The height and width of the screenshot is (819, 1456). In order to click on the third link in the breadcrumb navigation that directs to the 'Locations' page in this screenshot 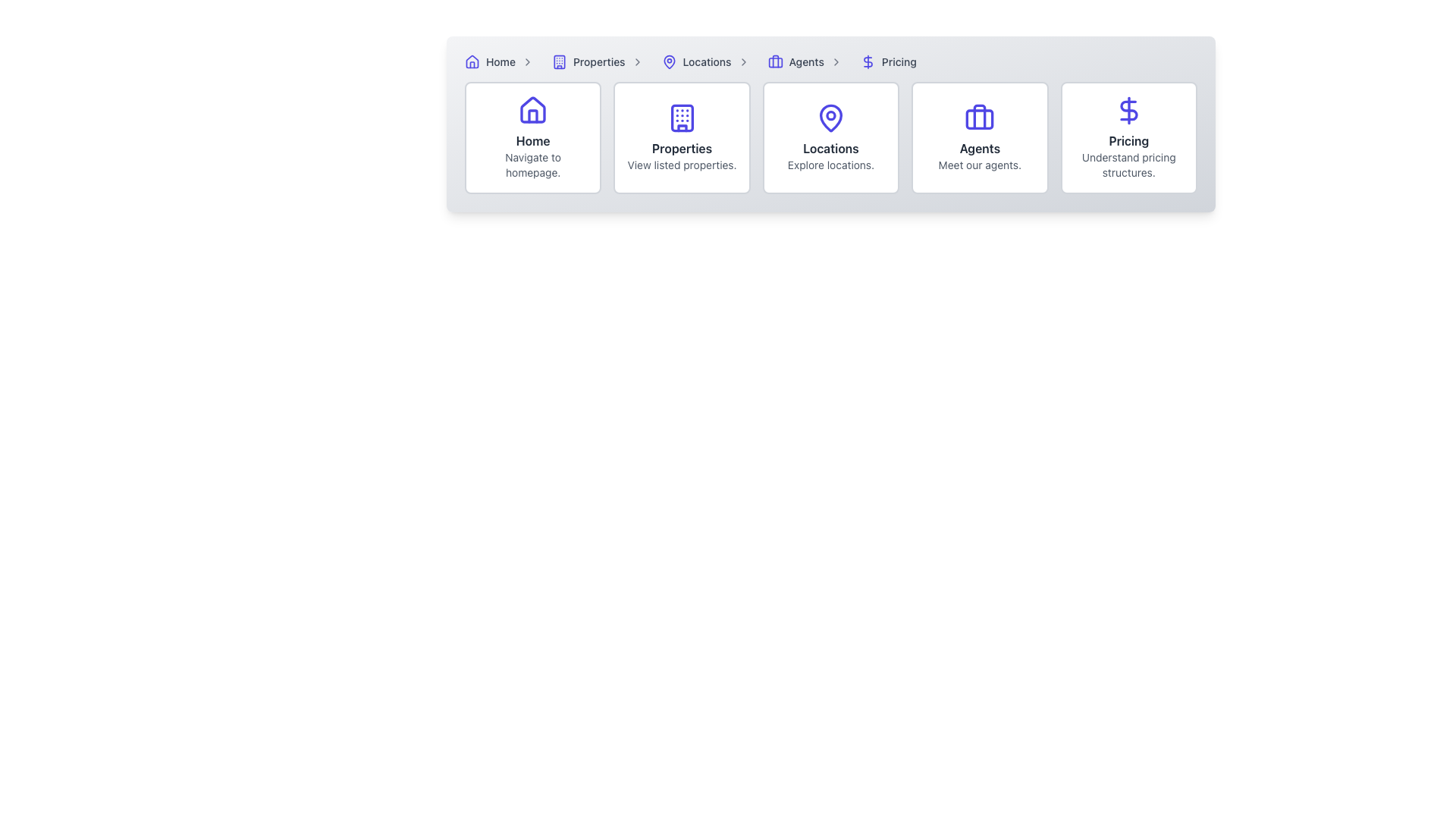, I will do `click(708, 61)`.